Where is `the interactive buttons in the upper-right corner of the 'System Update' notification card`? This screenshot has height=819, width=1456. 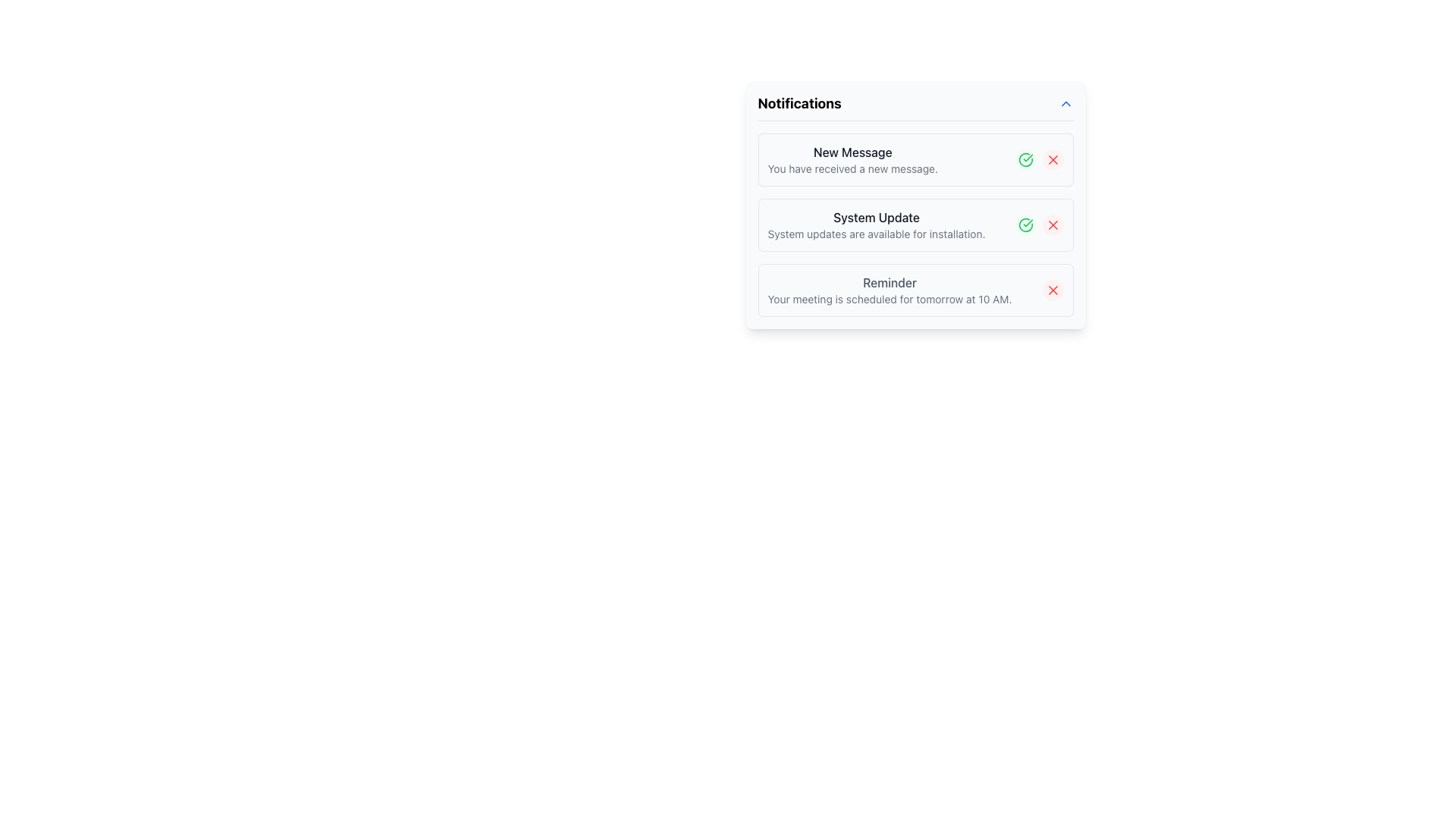 the interactive buttons in the upper-right corner of the 'System Update' notification card is located at coordinates (1038, 225).